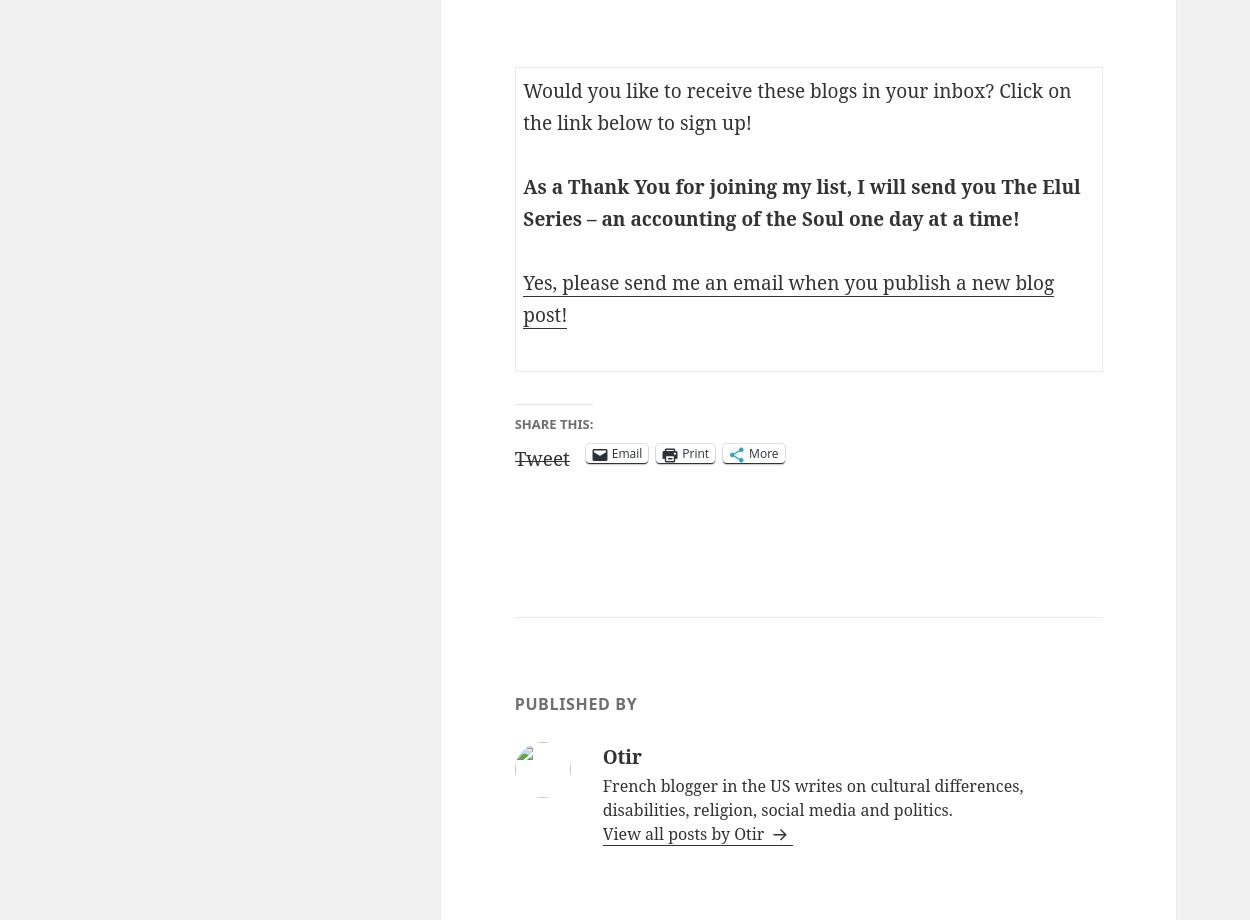 This screenshot has width=1250, height=920. What do you see at coordinates (812, 798) in the screenshot?
I see `'French blogger in the US writes on cultural differences, disabilities, religion, social media and politics.'` at bounding box center [812, 798].